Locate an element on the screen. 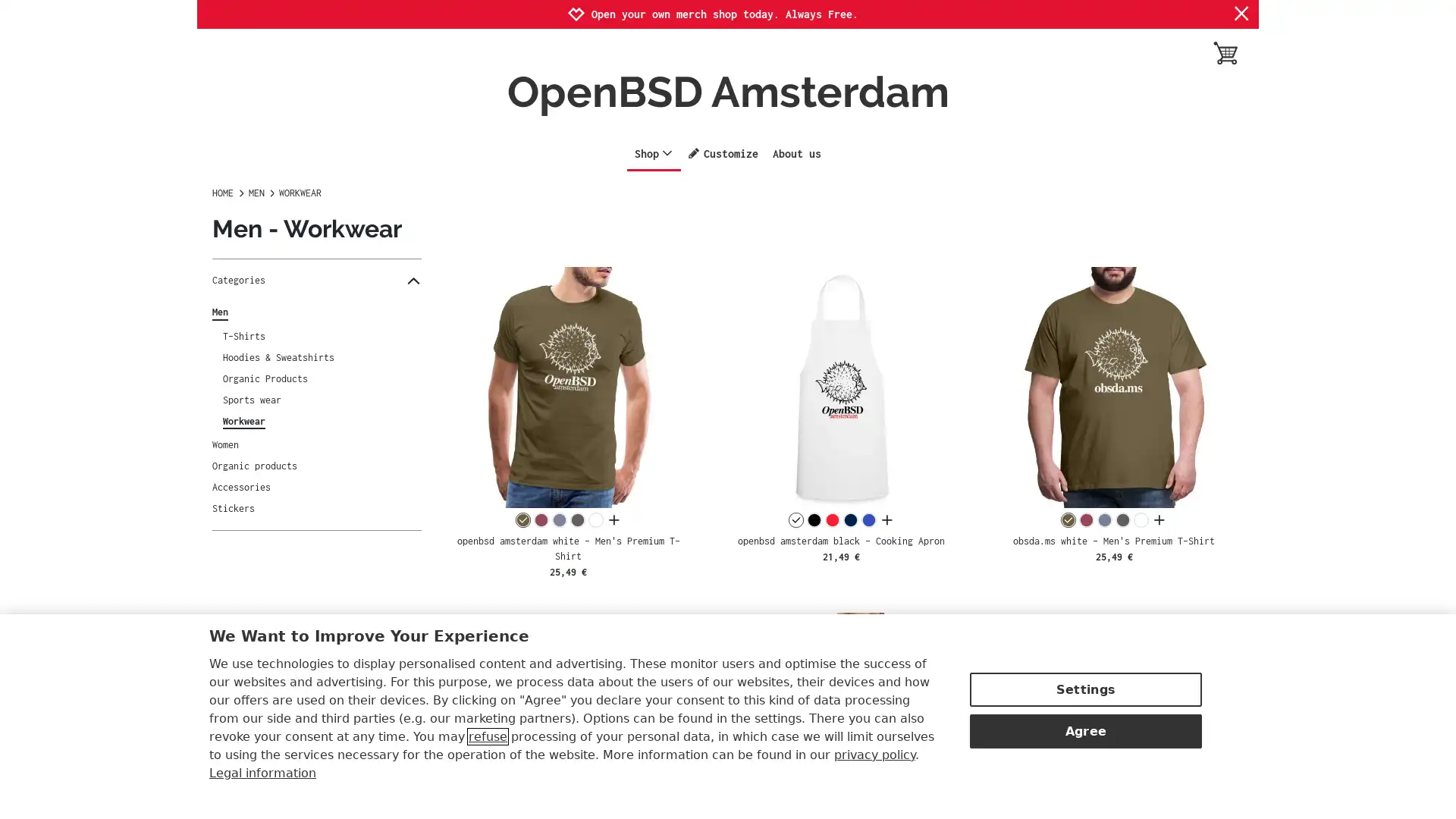 The image size is (1456, 819). openbsd amsterdam white - Men's Premium T-Shirt is located at coordinates (567, 386).